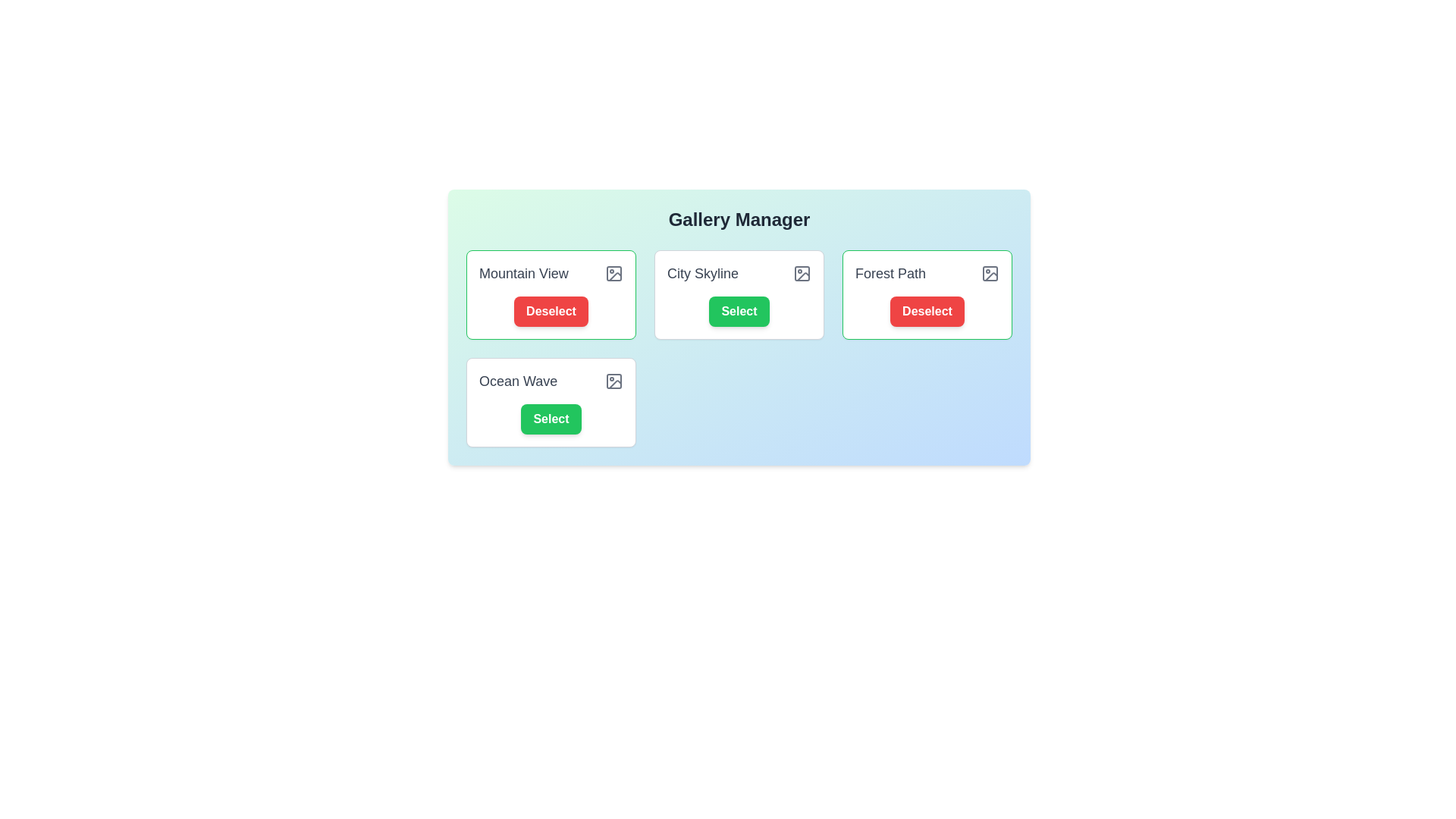 This screenshot has height=819, width=1456. Describe the element at coordinates (614, 380) in the screenshot. I see `the image icon for the photo entry titled 'Ocean Wave'` at that location.